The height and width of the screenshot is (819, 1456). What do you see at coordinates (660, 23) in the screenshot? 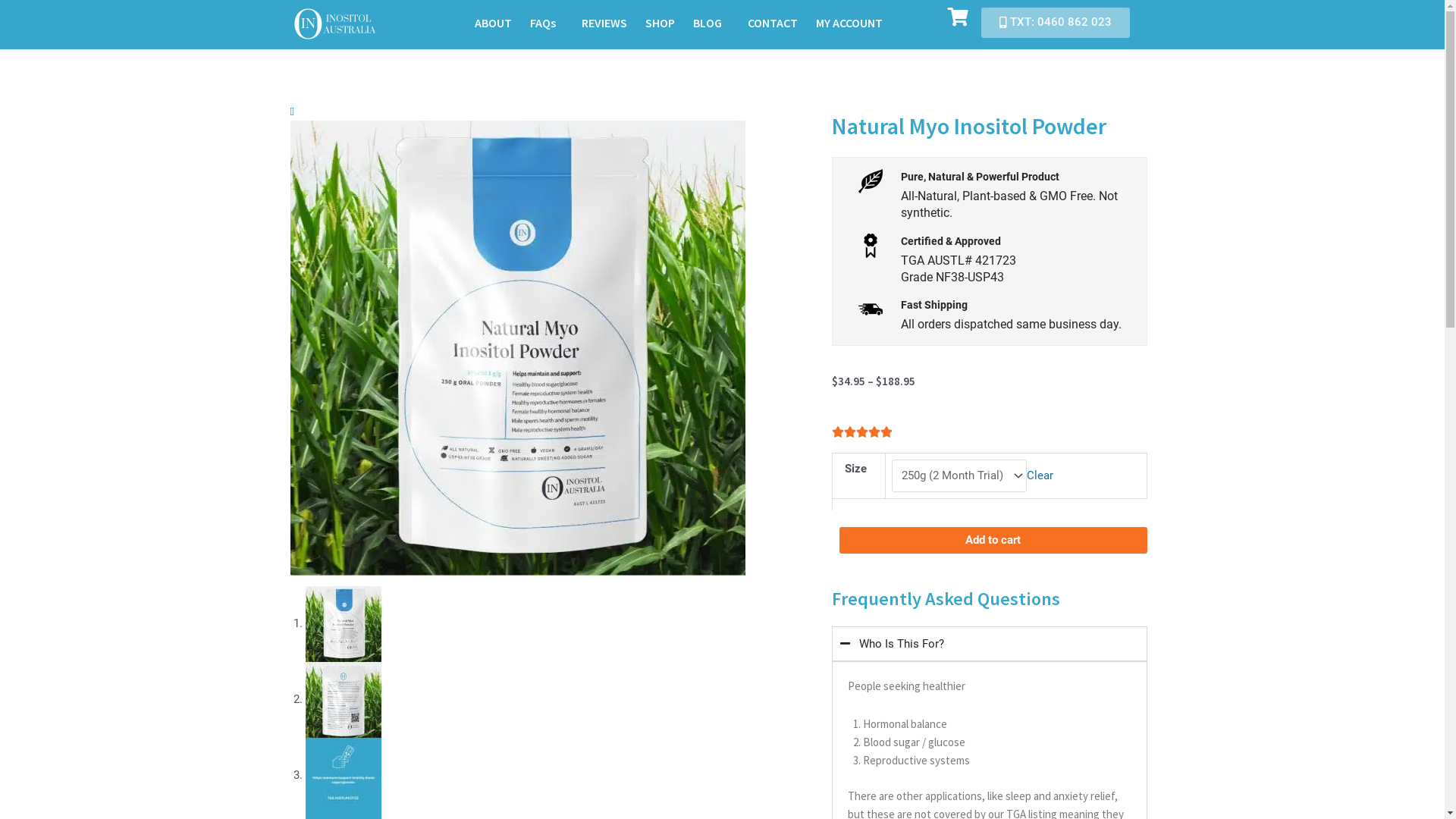
I see `'SHOP'` at bounding box center [660, 23].